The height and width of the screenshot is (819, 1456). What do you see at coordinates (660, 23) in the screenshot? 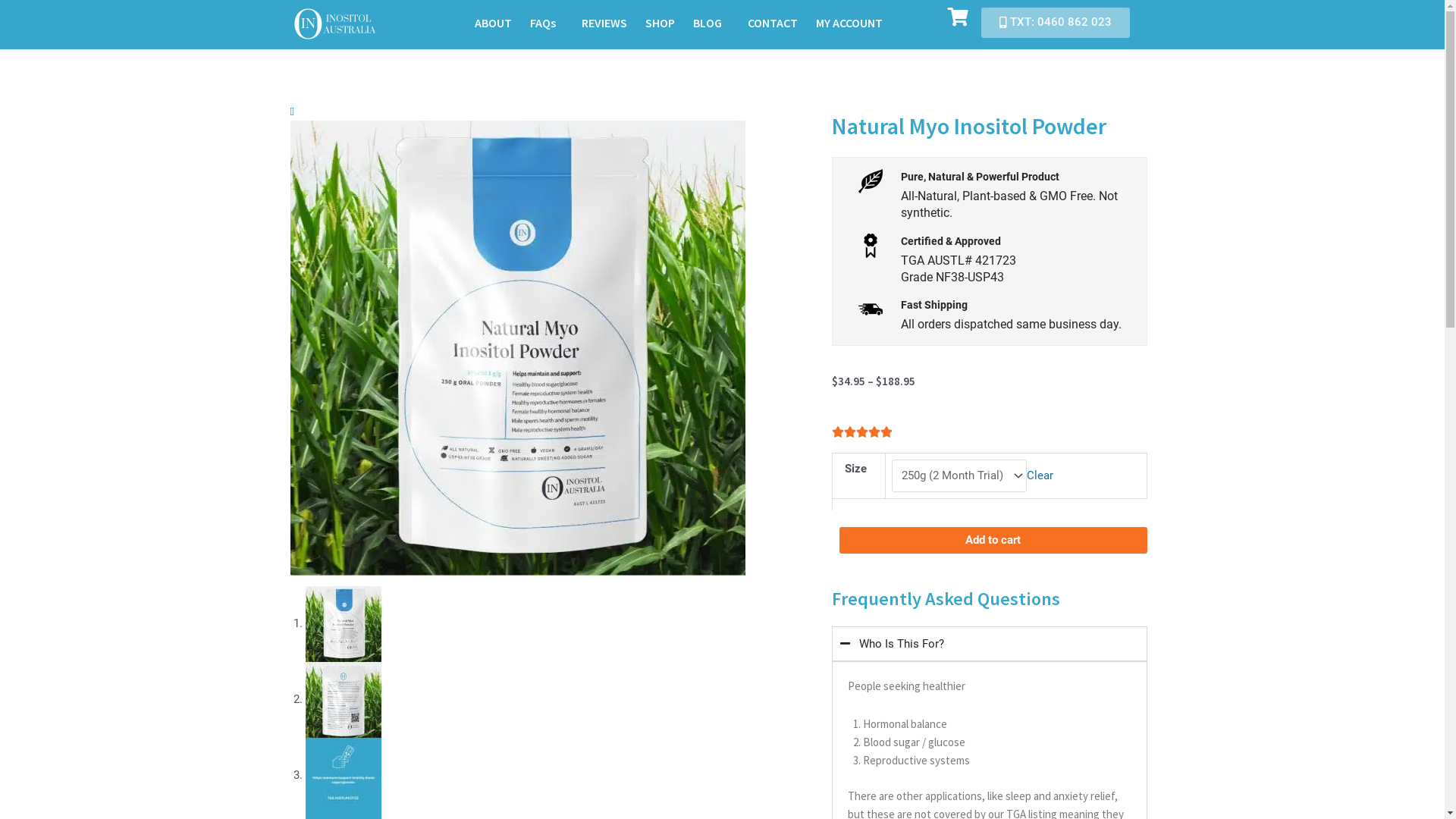
I see `'SHOP'` at bounding box center [660, 23].